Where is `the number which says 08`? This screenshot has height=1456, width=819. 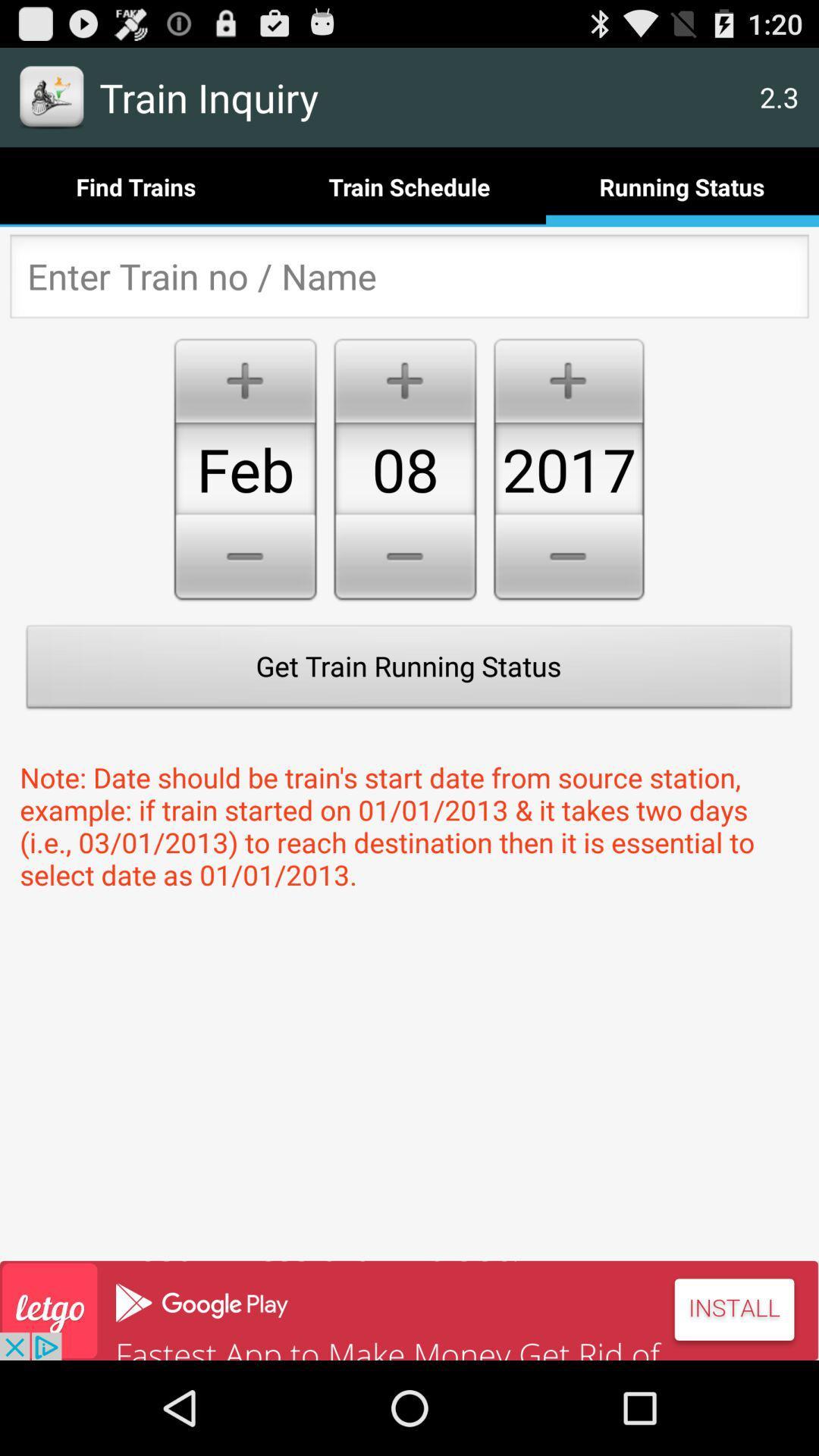
the number which says 08 is located at coordinates (404, 468).